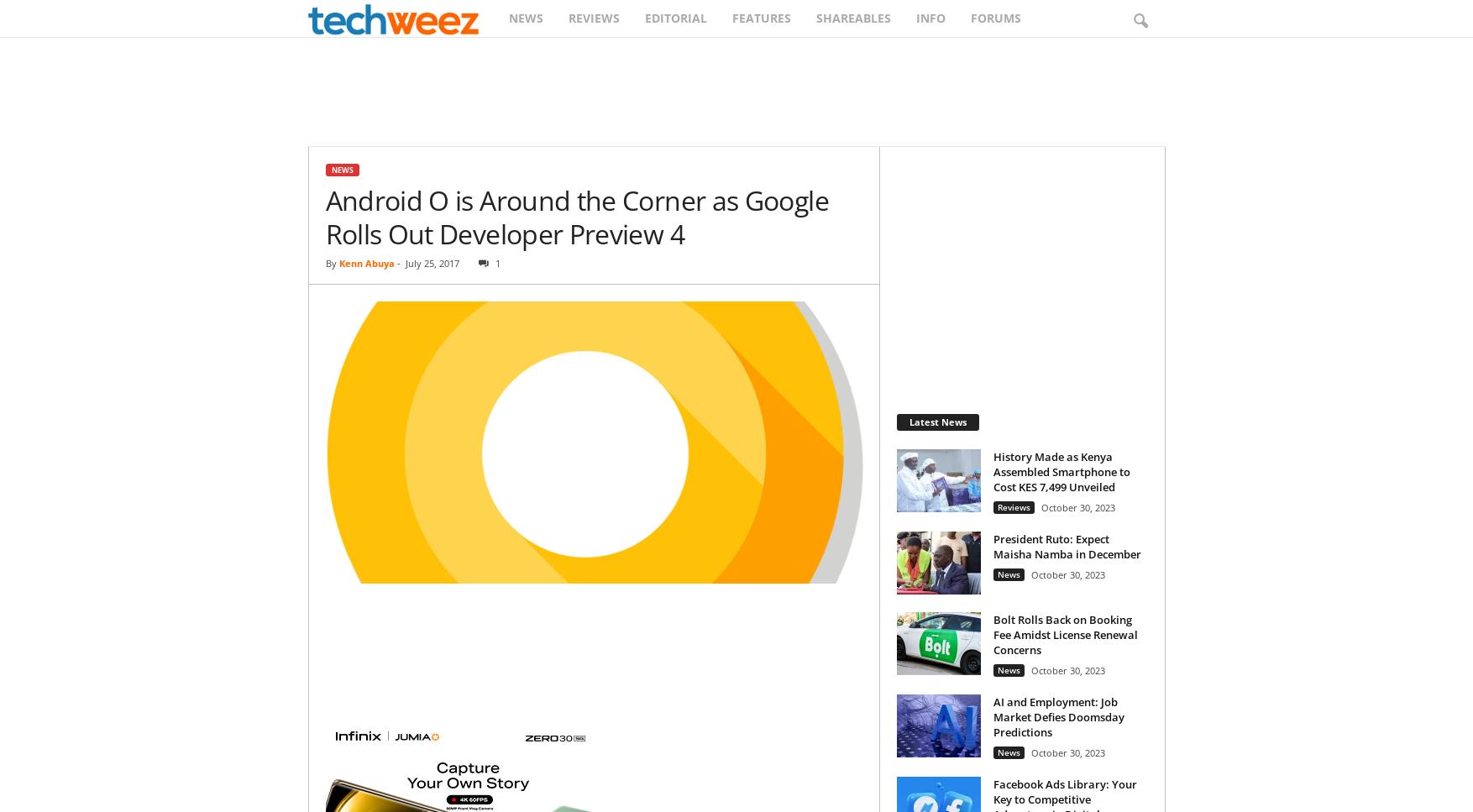 This screenshot has height=812, width=1473. What do you see at coordinates (430, 263) in the screenshot?
I see `'July 25, 2017'` at bounding box center [430, 263].